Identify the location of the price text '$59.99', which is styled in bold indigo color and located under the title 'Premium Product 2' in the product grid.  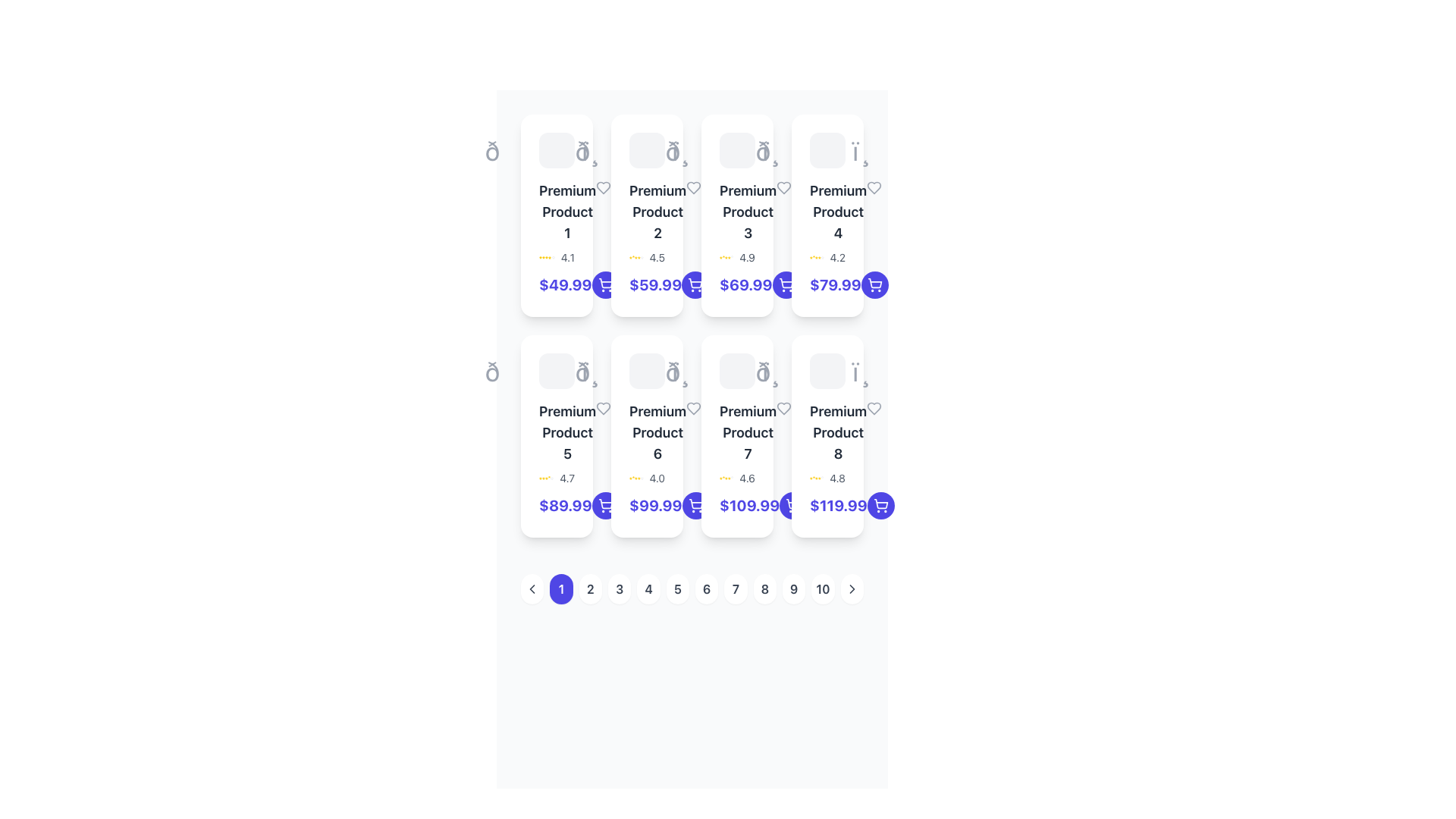
(647, 284).